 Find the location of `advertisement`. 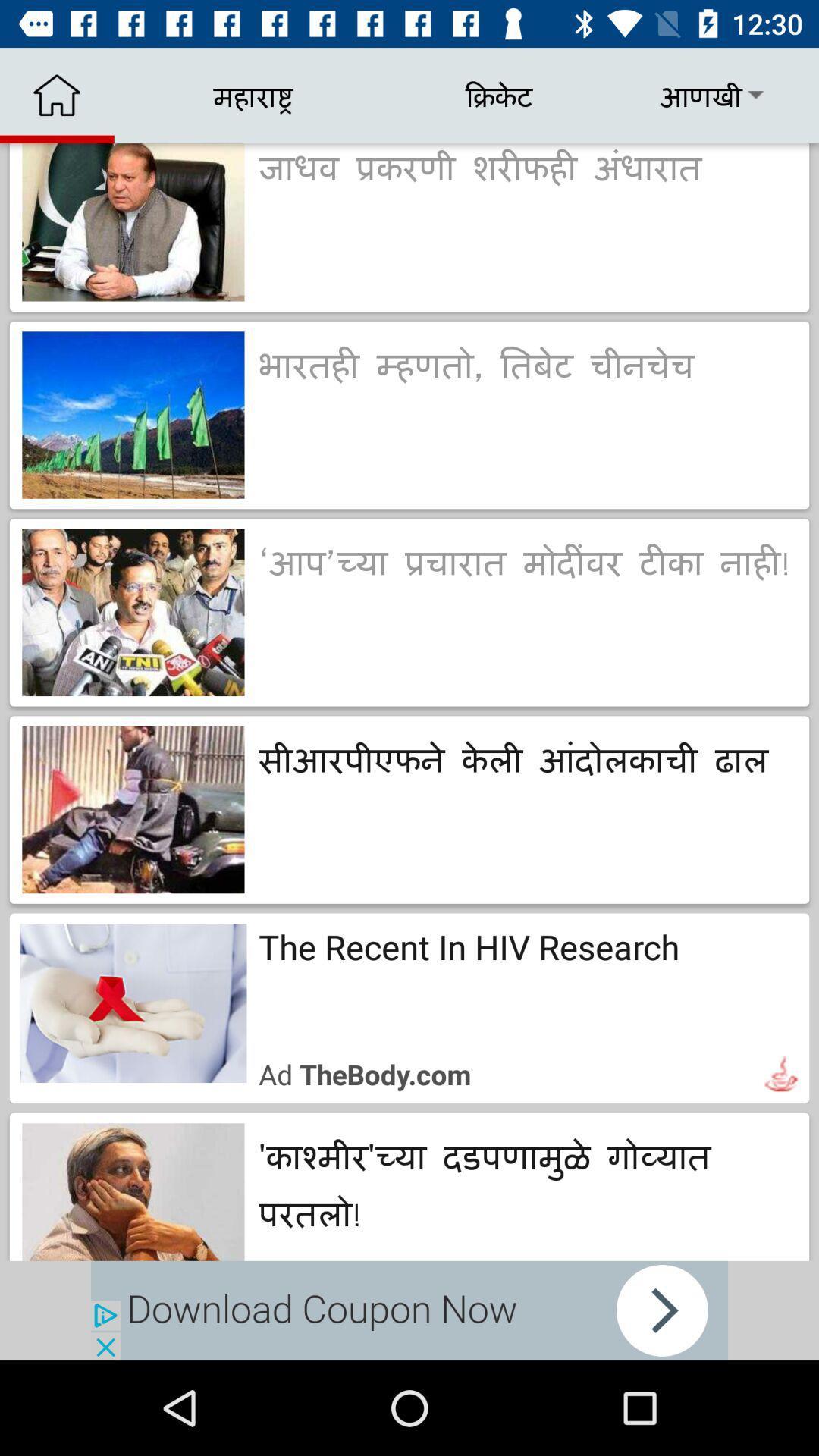

advertisement is located at coordinates (409, 1310).